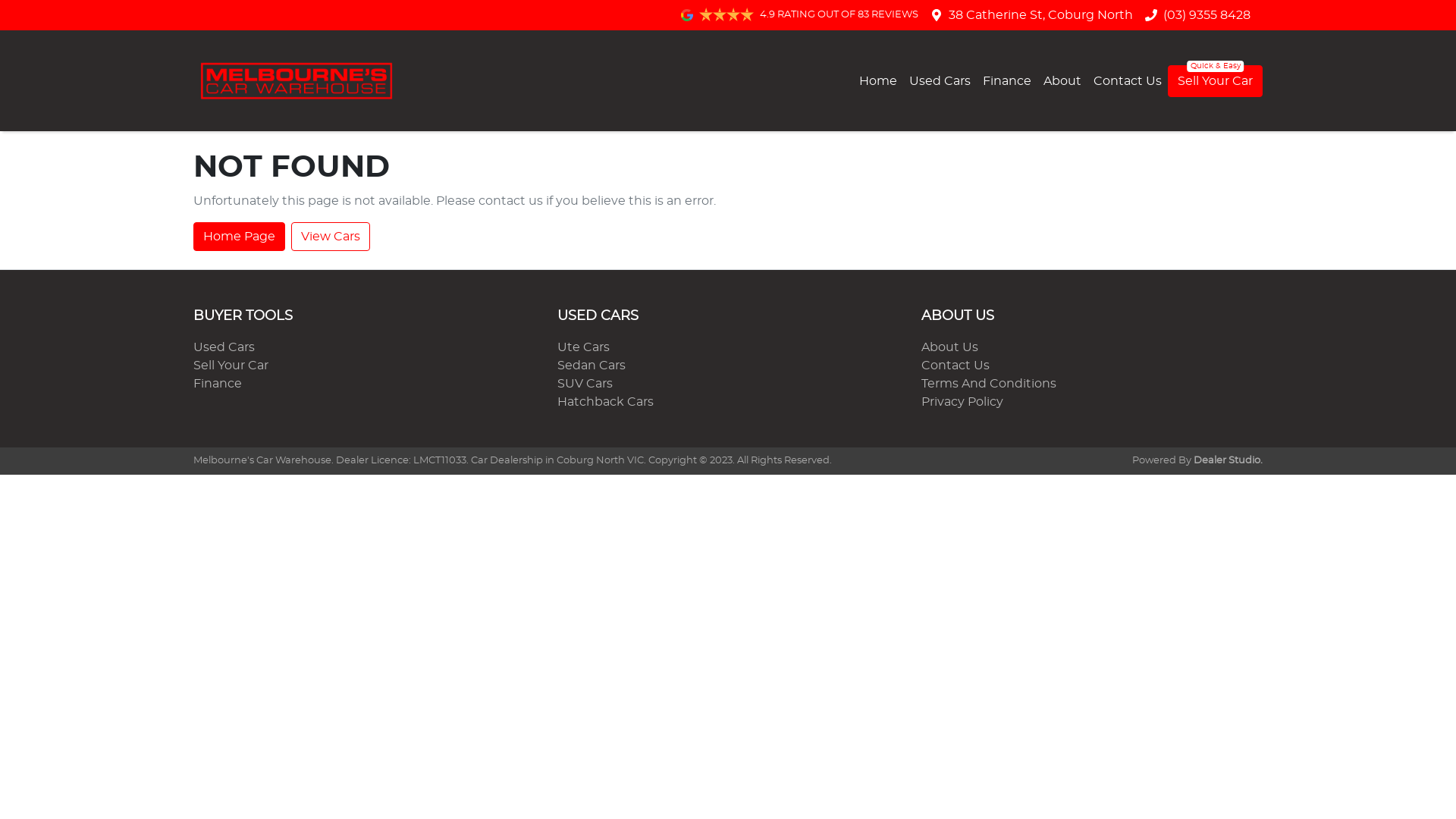 This screenshot has height=819, width=1456. I want to click on 'View Cars', so click(330, 237).